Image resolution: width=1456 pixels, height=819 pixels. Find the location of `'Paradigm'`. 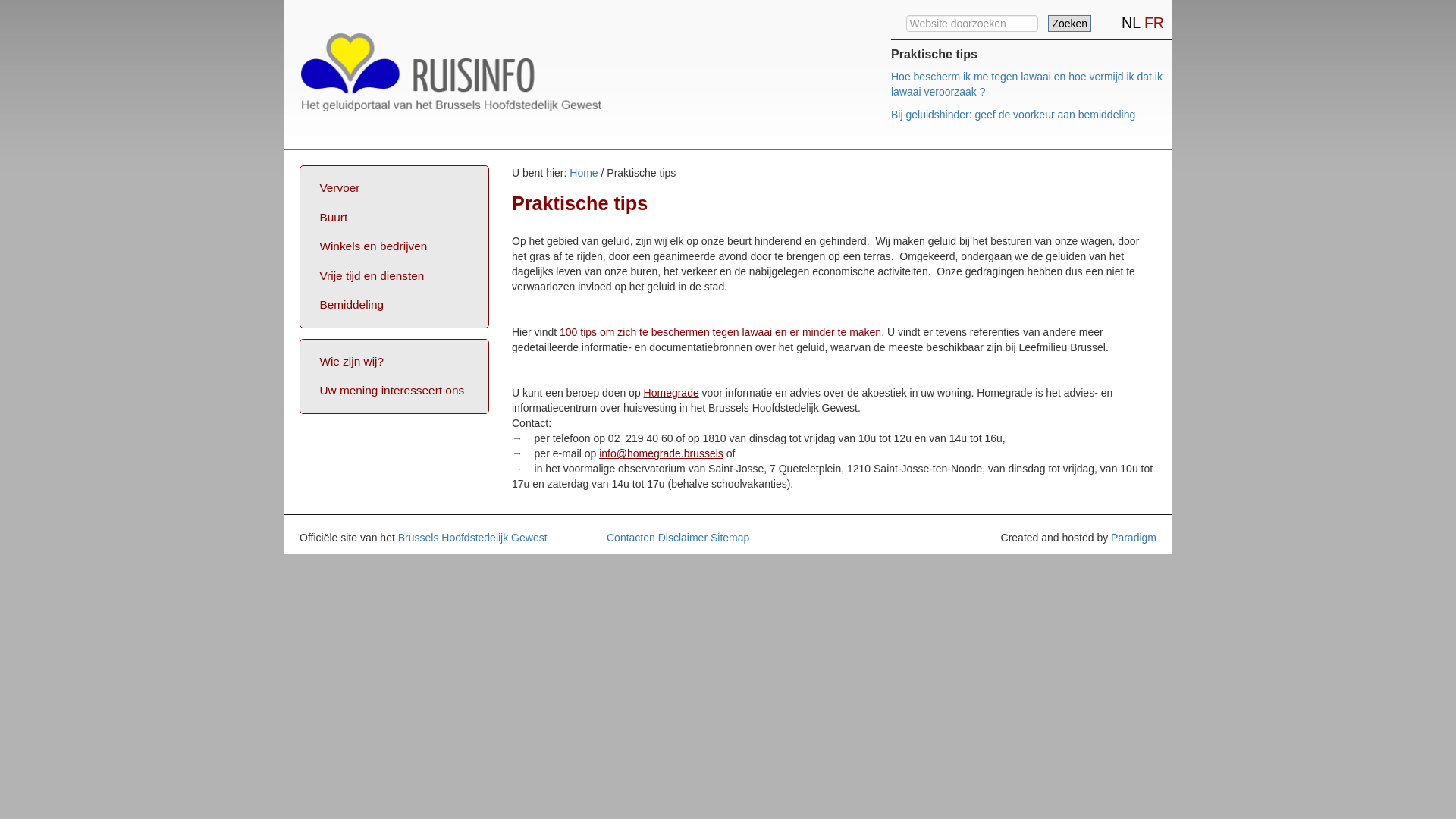

'Paradigm' is located at coordinates (1133, 537).